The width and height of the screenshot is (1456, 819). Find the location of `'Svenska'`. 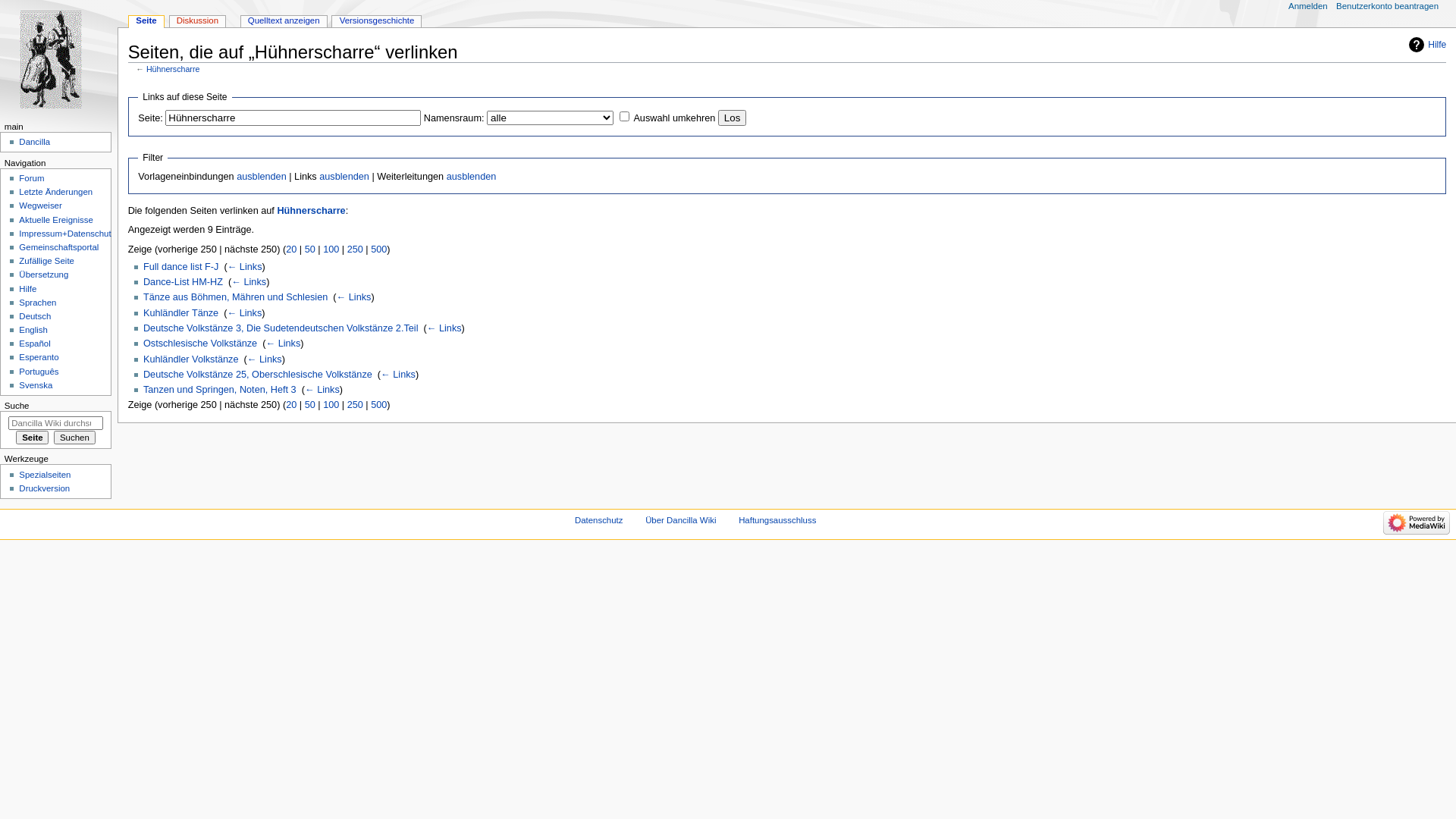

'Svenska' is located at coordinates (36, 384).